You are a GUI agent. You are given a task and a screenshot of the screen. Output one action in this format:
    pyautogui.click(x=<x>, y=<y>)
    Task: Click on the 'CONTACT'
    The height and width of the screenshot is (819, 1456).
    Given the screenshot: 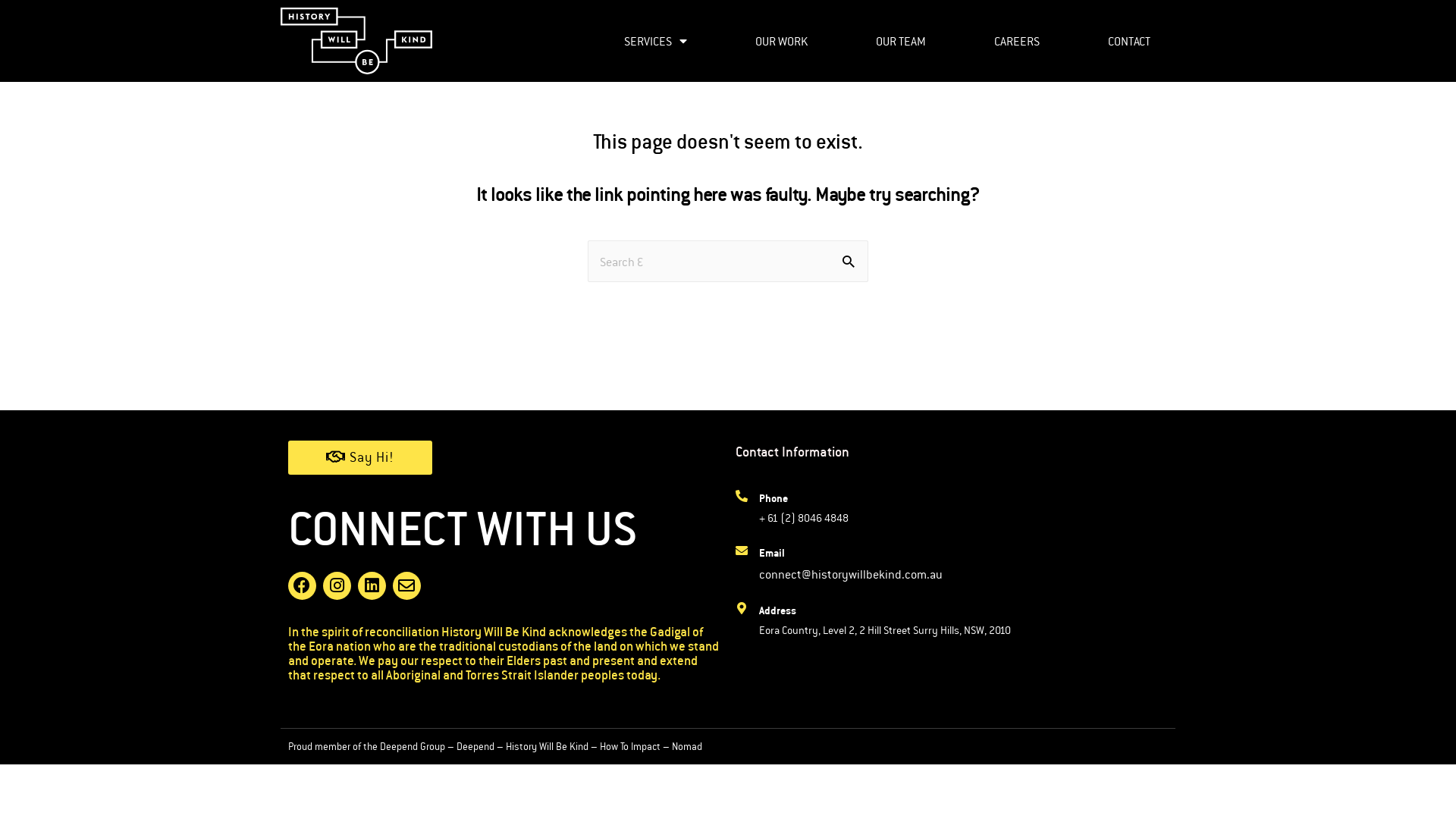 What is the action you would take?
    pyautogui.click(x=1083, y=40)
    